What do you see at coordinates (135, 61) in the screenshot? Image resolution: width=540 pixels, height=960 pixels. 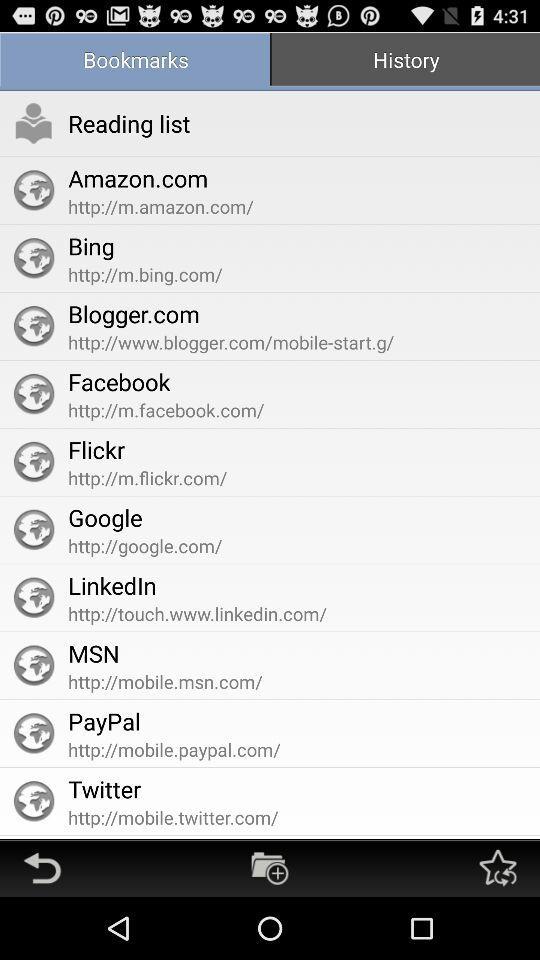 I see `item next to the history` at bounding box center [135, 61].